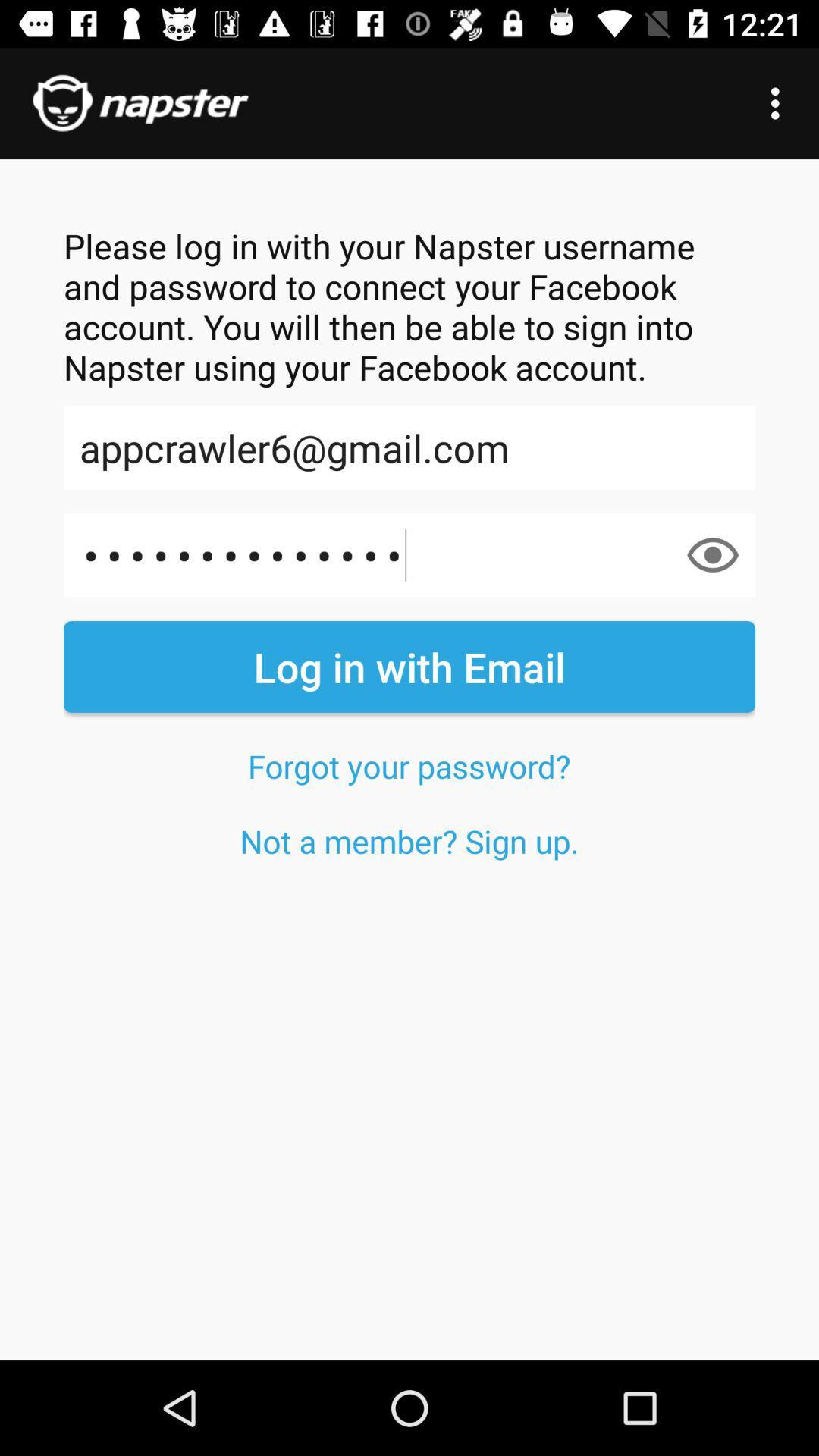  Describe the element at coordinates (779, 102) in the screenshot. I see `the icon above the please log in item` at that location.